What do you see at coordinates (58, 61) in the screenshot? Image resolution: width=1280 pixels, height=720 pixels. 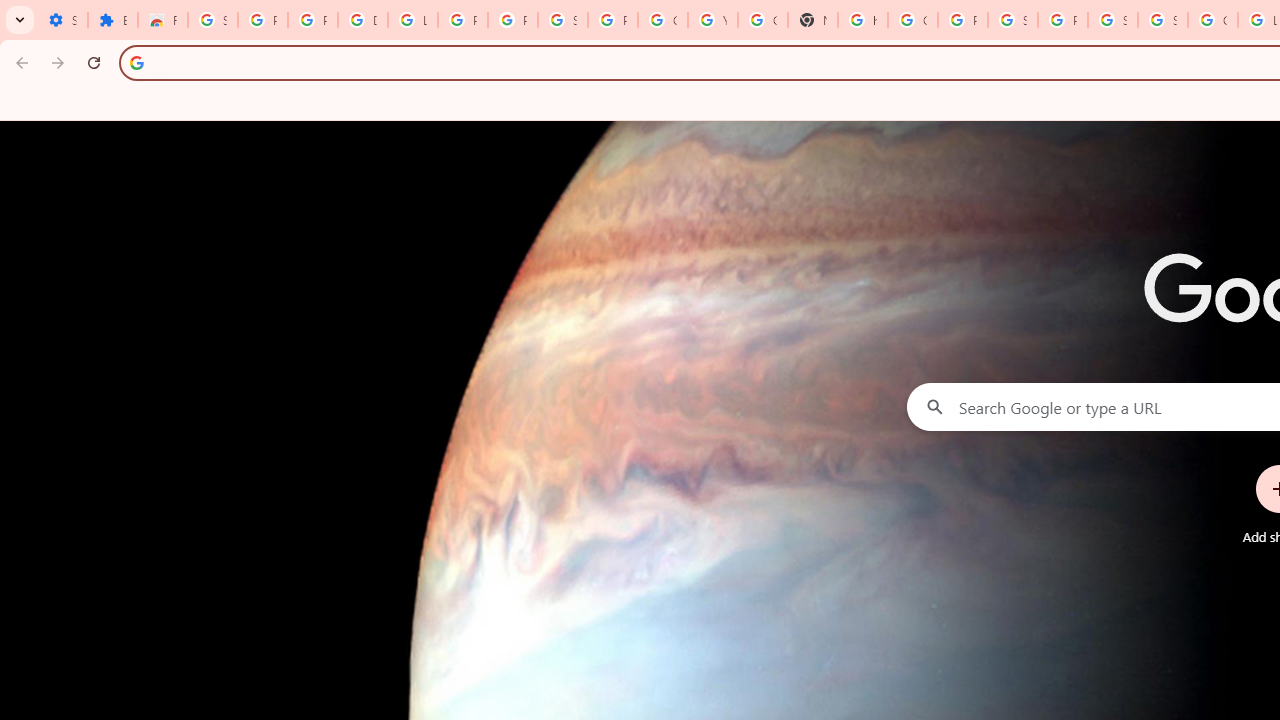 I see `'Forward'` at bounding box center [58, 61].